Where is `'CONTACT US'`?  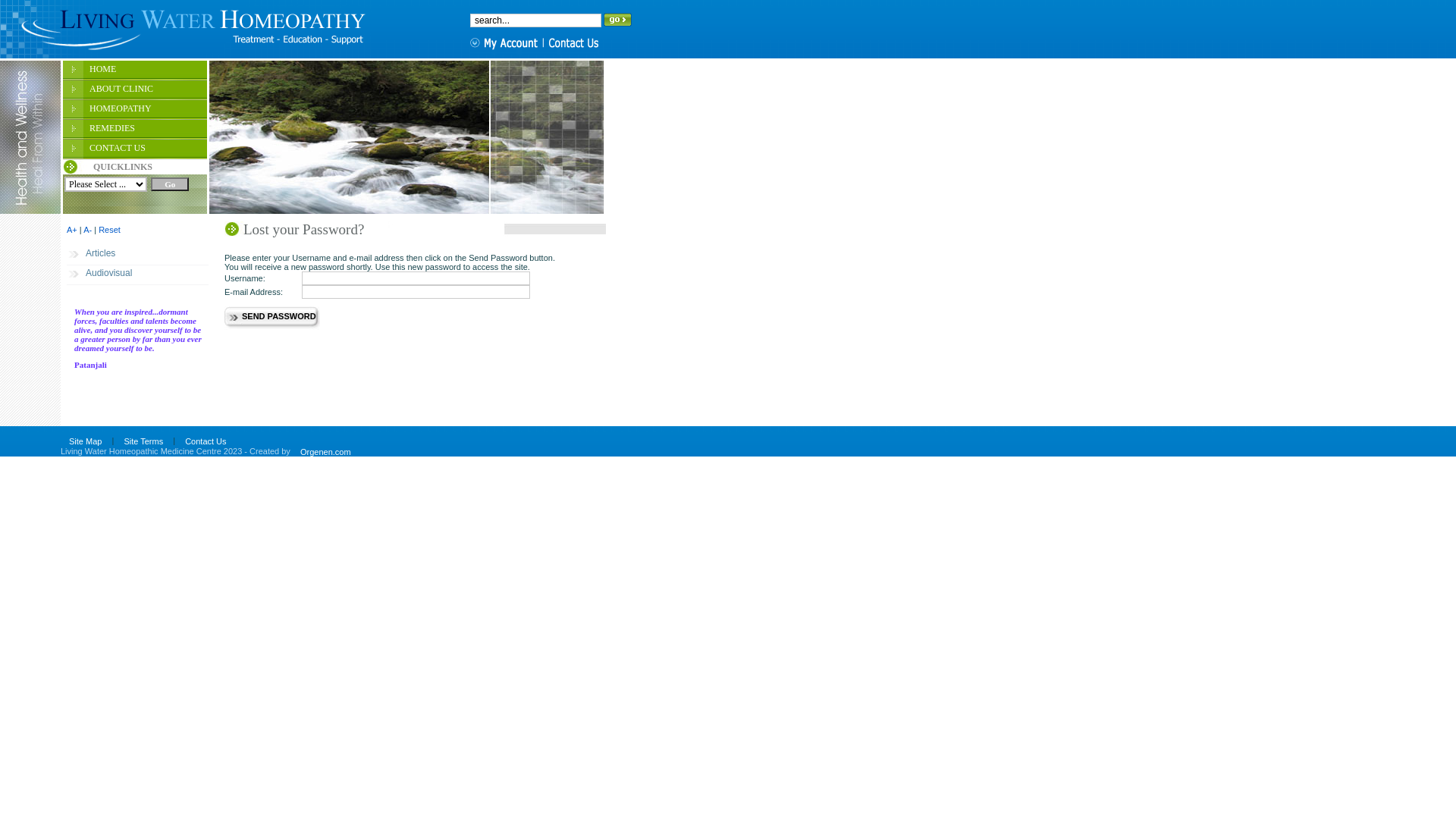 'CONTACT US' is located at coordinates (134, 149).